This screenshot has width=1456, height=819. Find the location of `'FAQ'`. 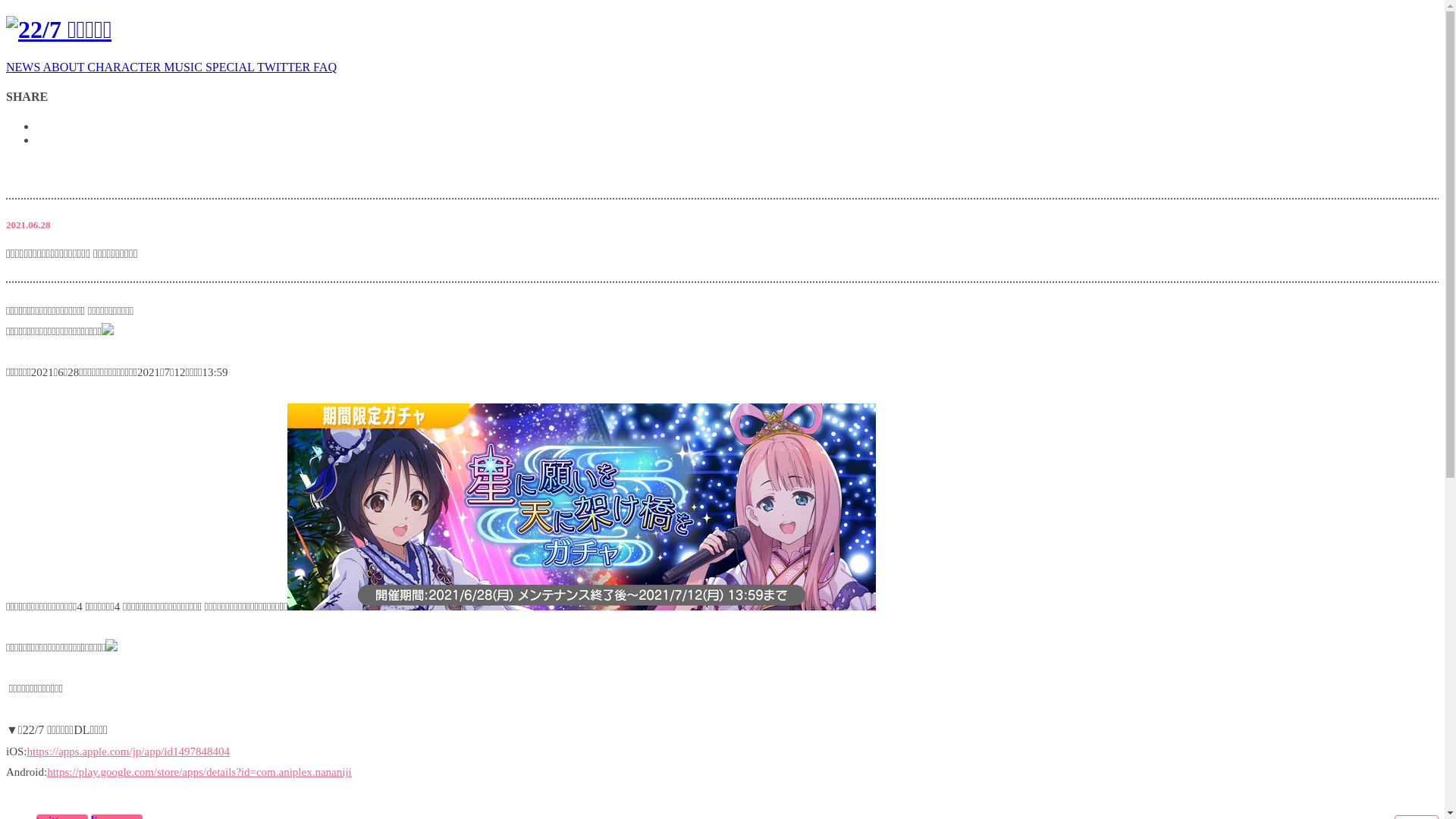

'FAQ' is located at coordinates (324, 66).